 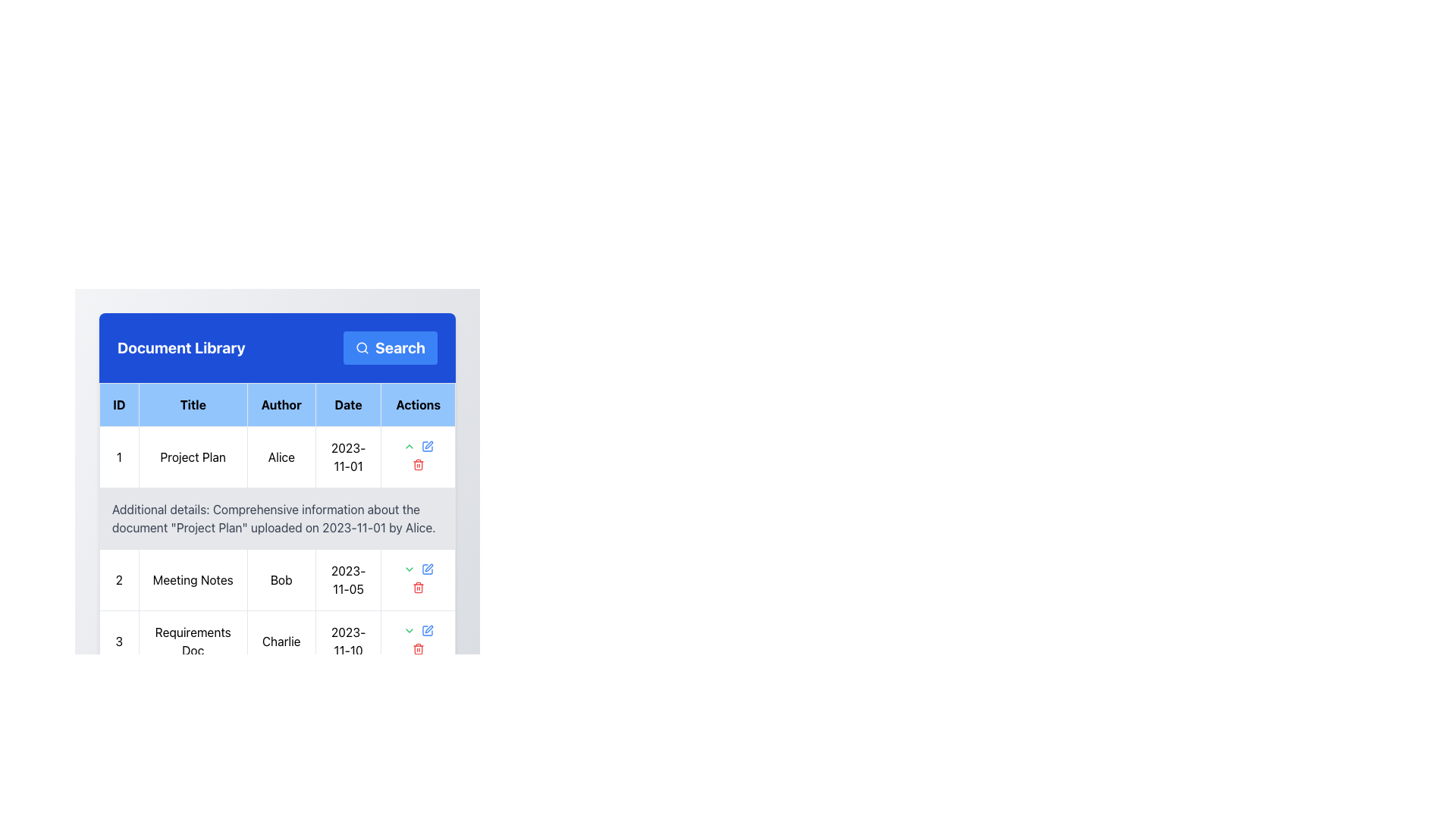 I want to click on the text label displaying the date of the document 'Requirements Doc' by 'Charlie' located in the fourth column of the third row in the 'Document Library' section, so click(x=347, y=641).